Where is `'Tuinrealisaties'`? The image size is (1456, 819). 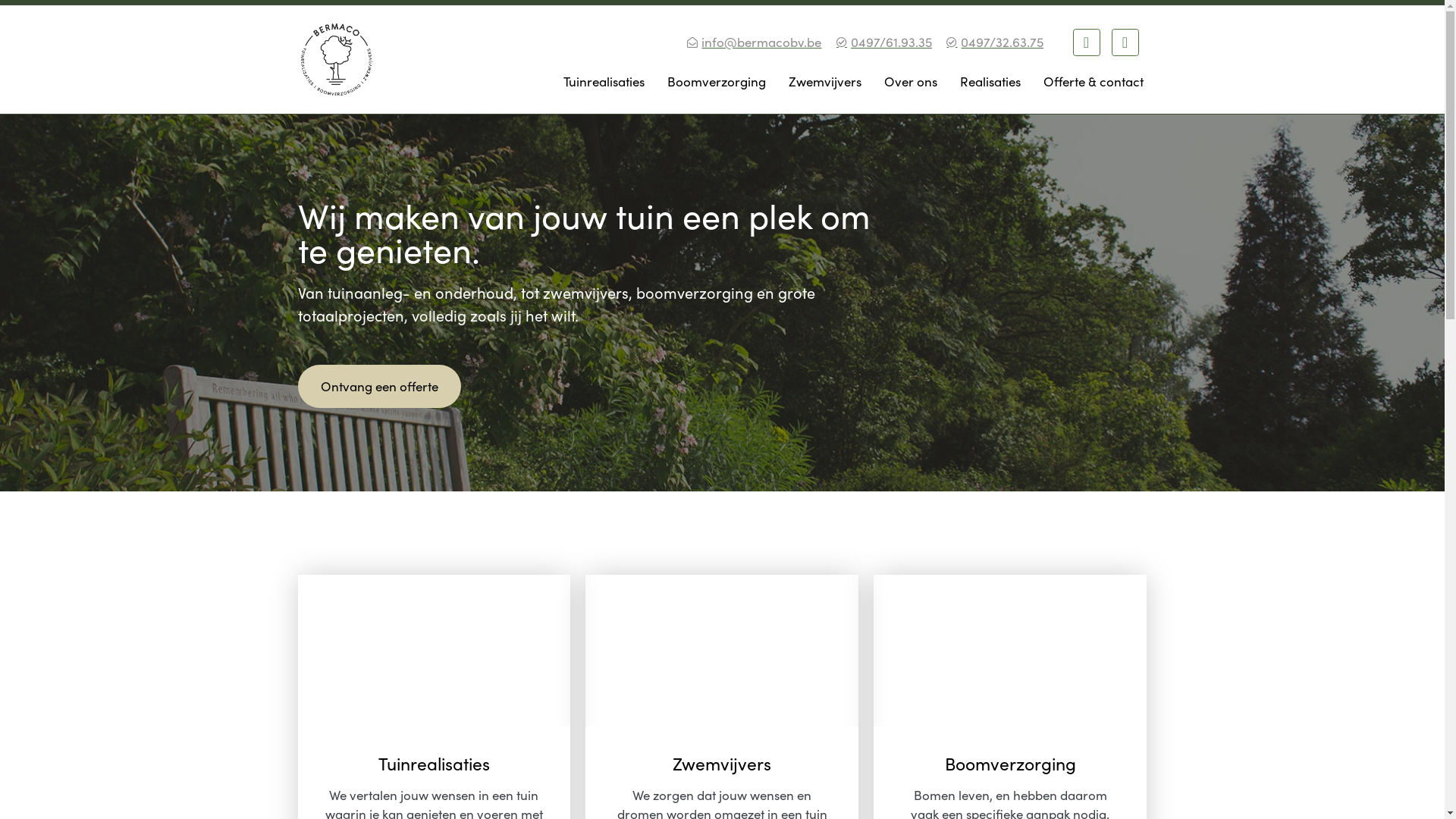
'Tuinrealisaties' is located at coordinates (603, 81).